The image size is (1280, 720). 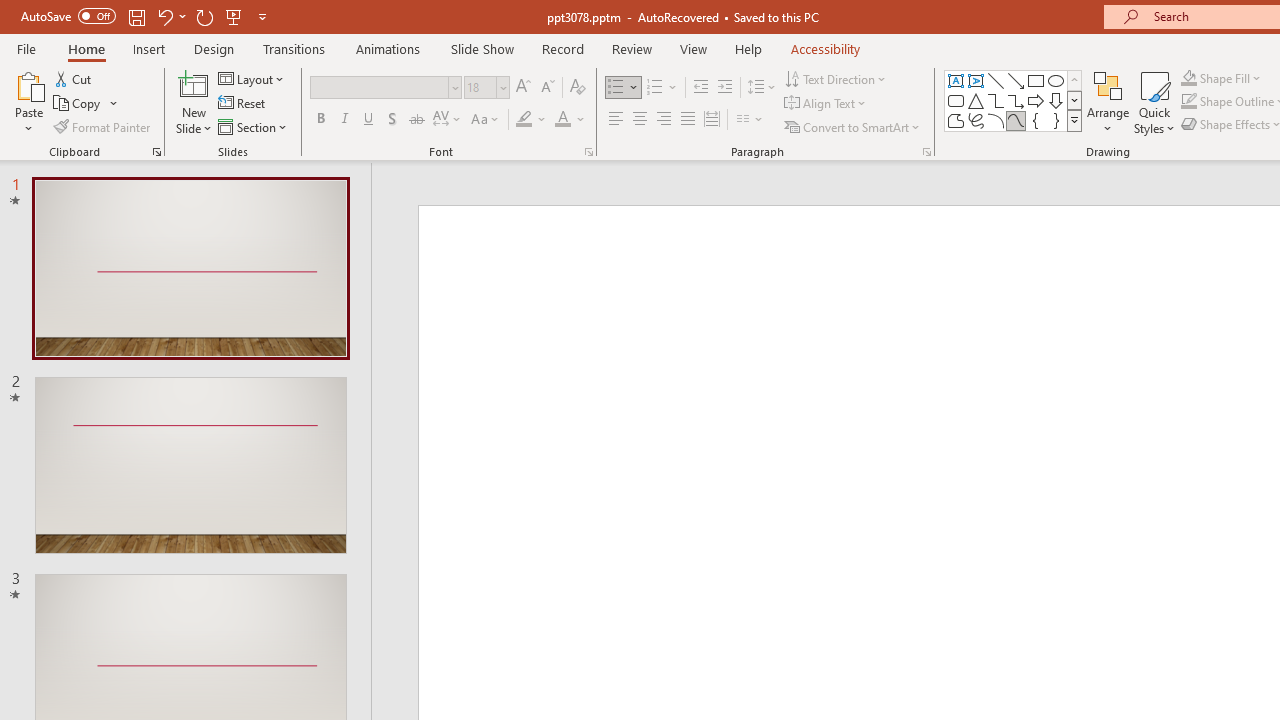 What do you see at coordinates (531, 119) in the screenshot?
I see `'Text Highlight Color'` at bounding box center [531, 119].